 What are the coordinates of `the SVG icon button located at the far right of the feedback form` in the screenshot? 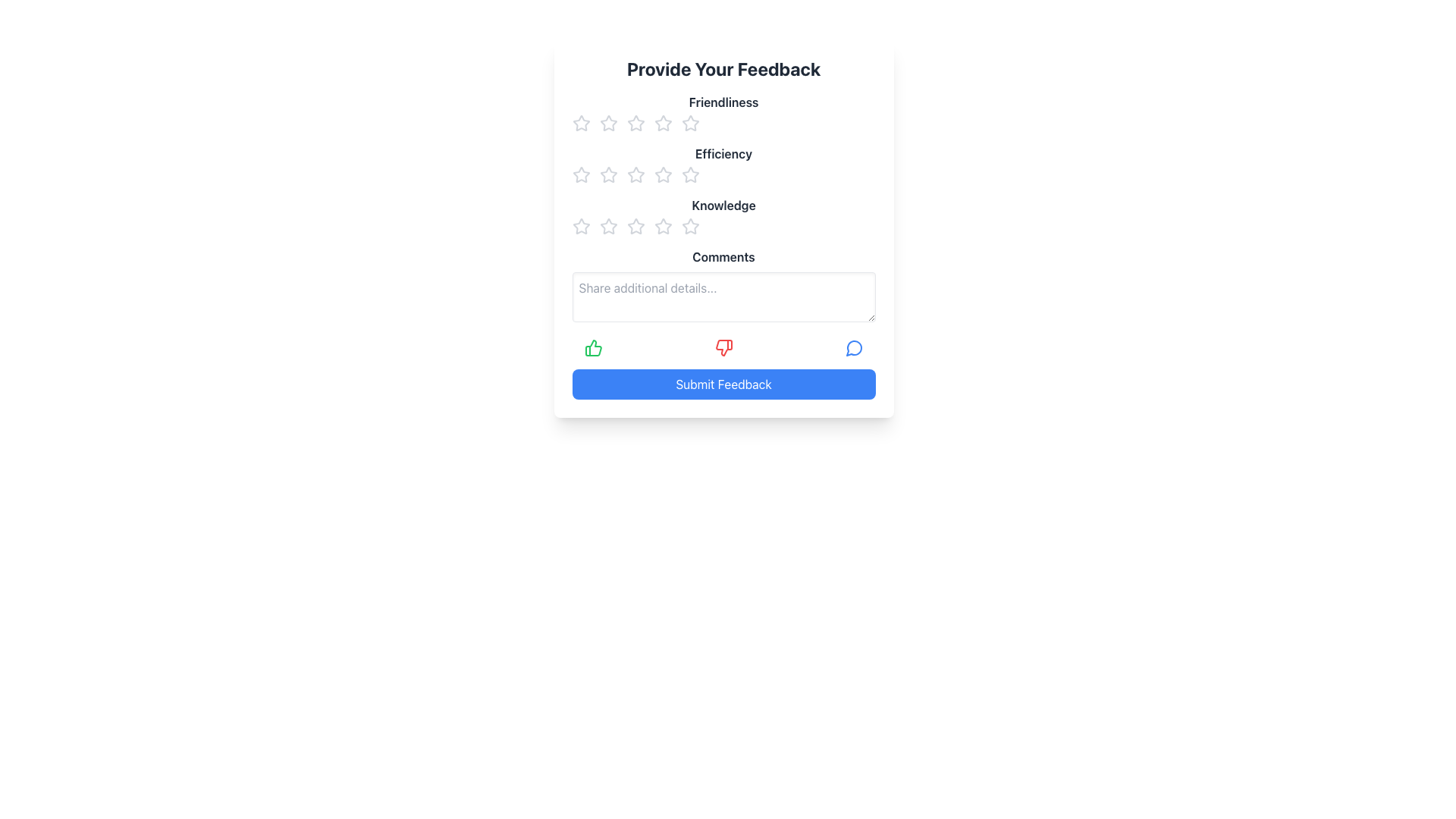 It's located at (854, 348).